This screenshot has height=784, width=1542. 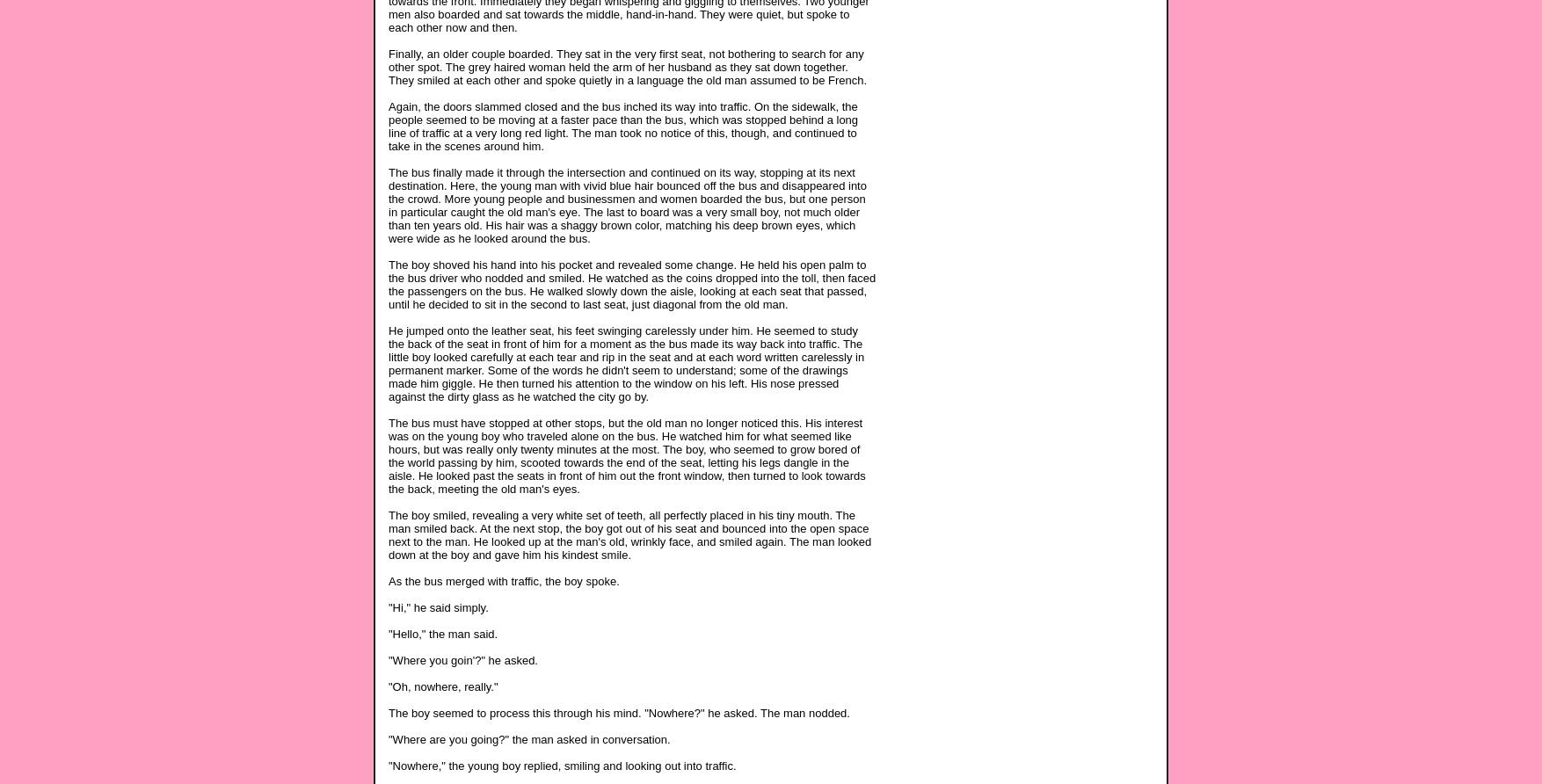 I want to click on 'The boy smiled, revealing a very white set of teeth, all perfectly placed in his tiny mouth. The man smiled back. At the next stop, the boy got out of his seat and bounced into the open space next to the man. He looked up at the man's old, wrinkly face, and smiled again. The man looked down at the boy and gave him his kindest smile.', so click(x=629, y=533).